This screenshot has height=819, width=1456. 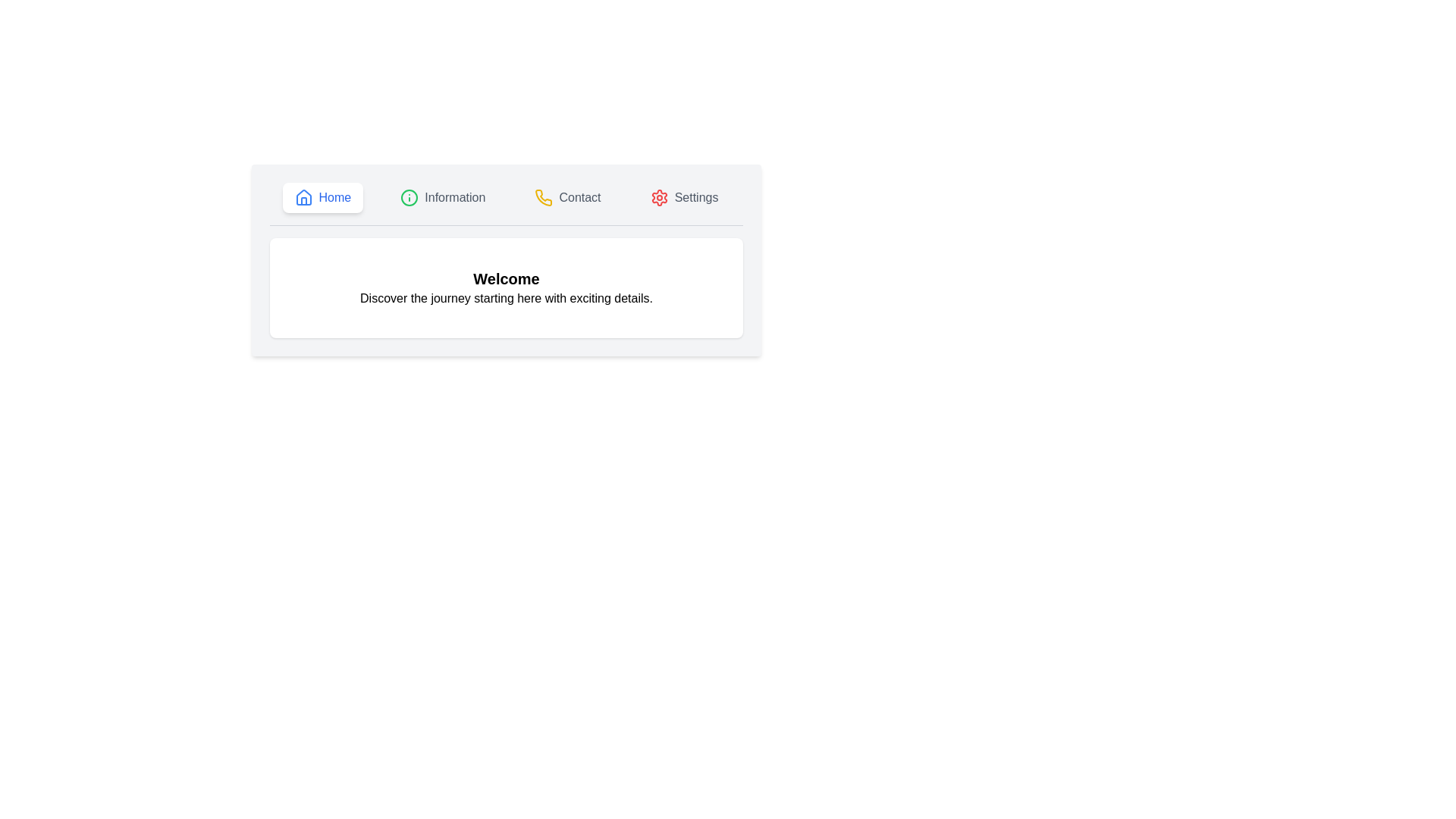 What do you see at coordinates (683, 197) in the screenshot?
I see `the 'Settings' button, which has a light gray background and a gear icon on its left, to trigger its visual effect` at bounding box center [683, 197].